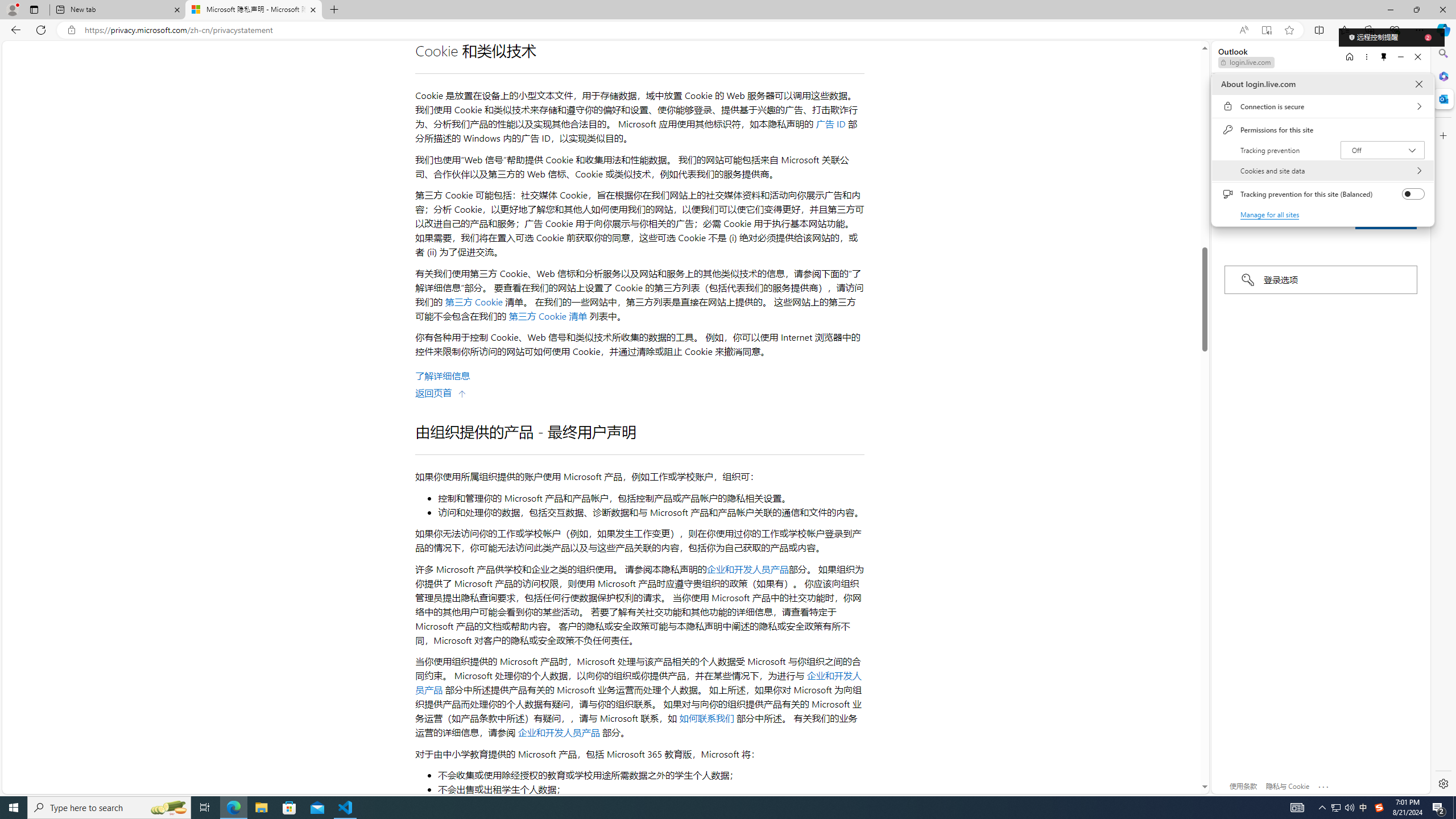 This screenshot has height=819, width=1456. What do you see at coordinates (1349, 806) in the screenshot?
I see `'Q2790: 100%'` at bounding box center [1349, 806].